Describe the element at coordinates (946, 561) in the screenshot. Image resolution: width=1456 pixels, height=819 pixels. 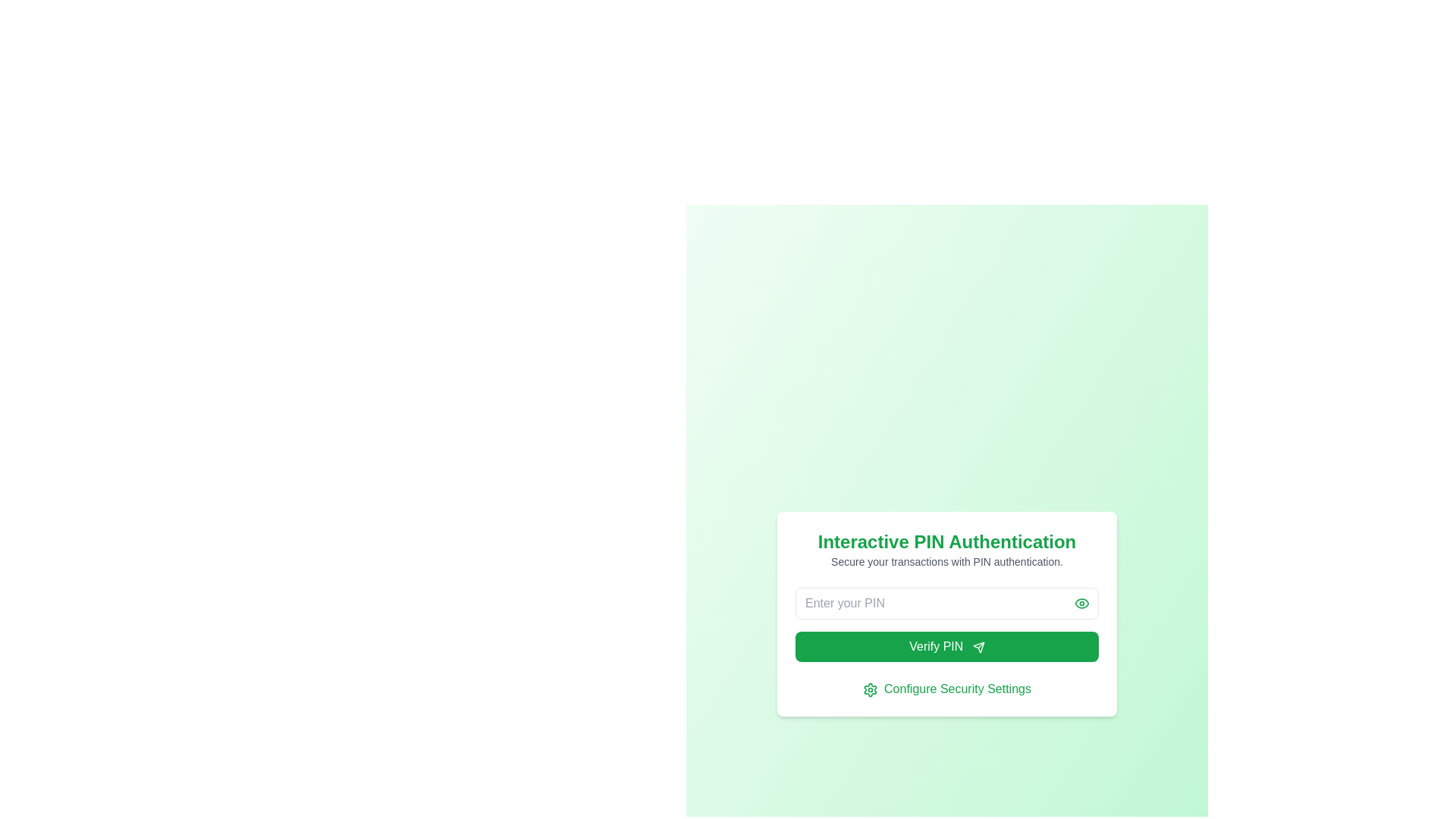
I see `subtitle text 'Secure your transactions with PIN authentication.' that is displayed in gray font below the heading 'Interactive PIN Authentication.'` at that location.